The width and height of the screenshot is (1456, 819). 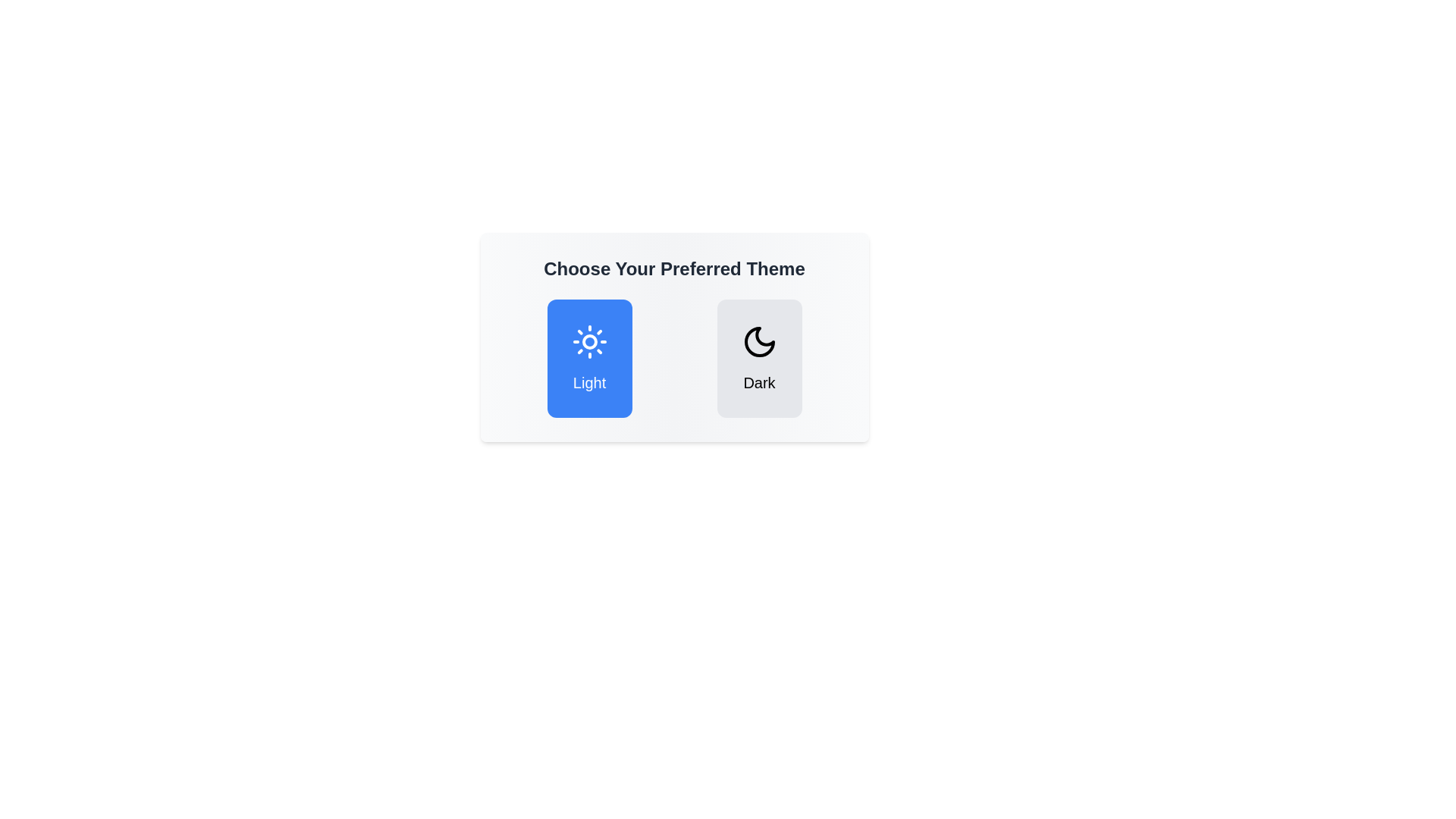 What do you see at coordinates (759, 359) in the screenshot?
I see `the Dark button to observe its hover effect` at bounding box center [759, 359].